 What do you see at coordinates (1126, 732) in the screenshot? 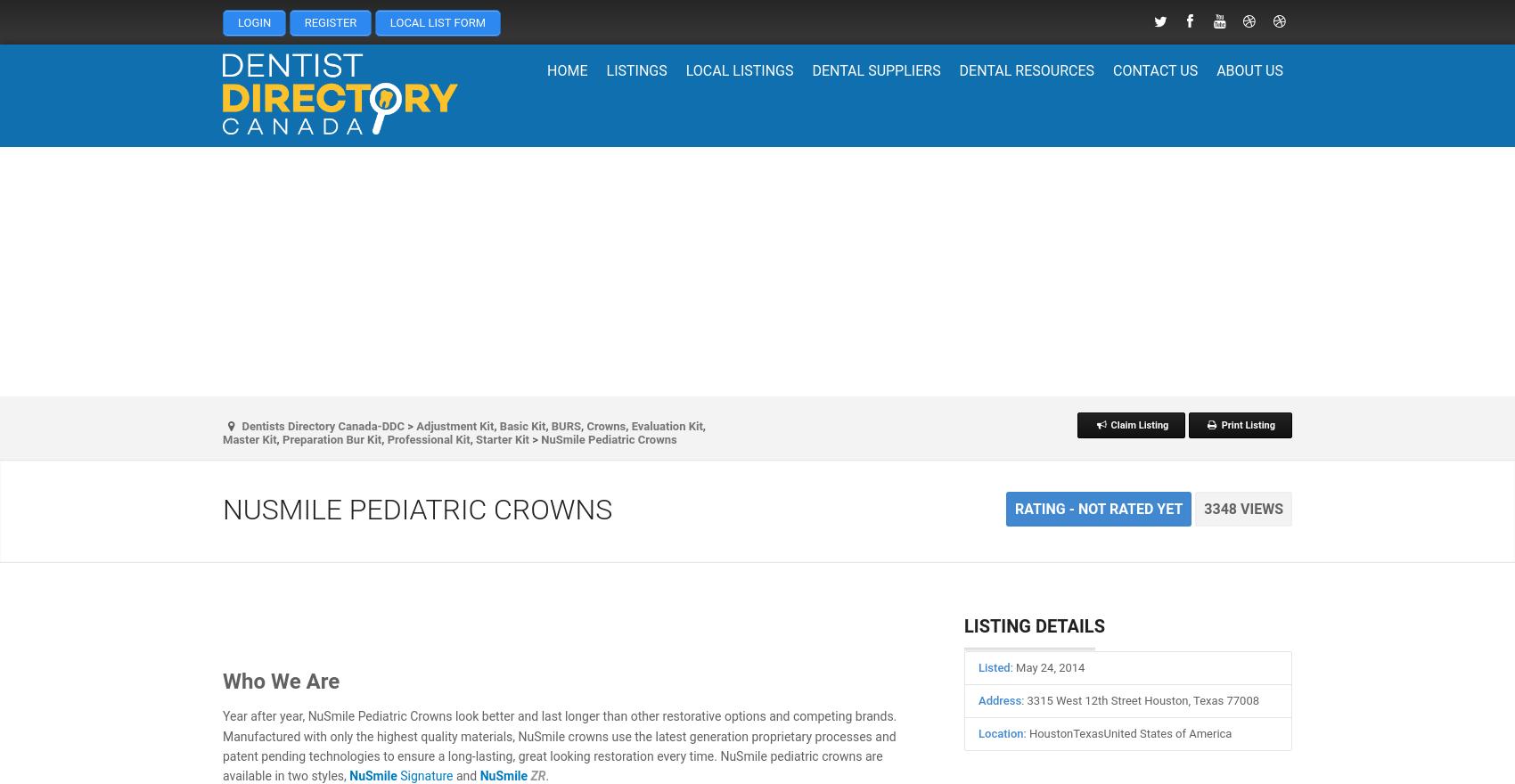
I see `': 

					HoustonTexasUnited States of America'` at bounding box center [1126, 732].